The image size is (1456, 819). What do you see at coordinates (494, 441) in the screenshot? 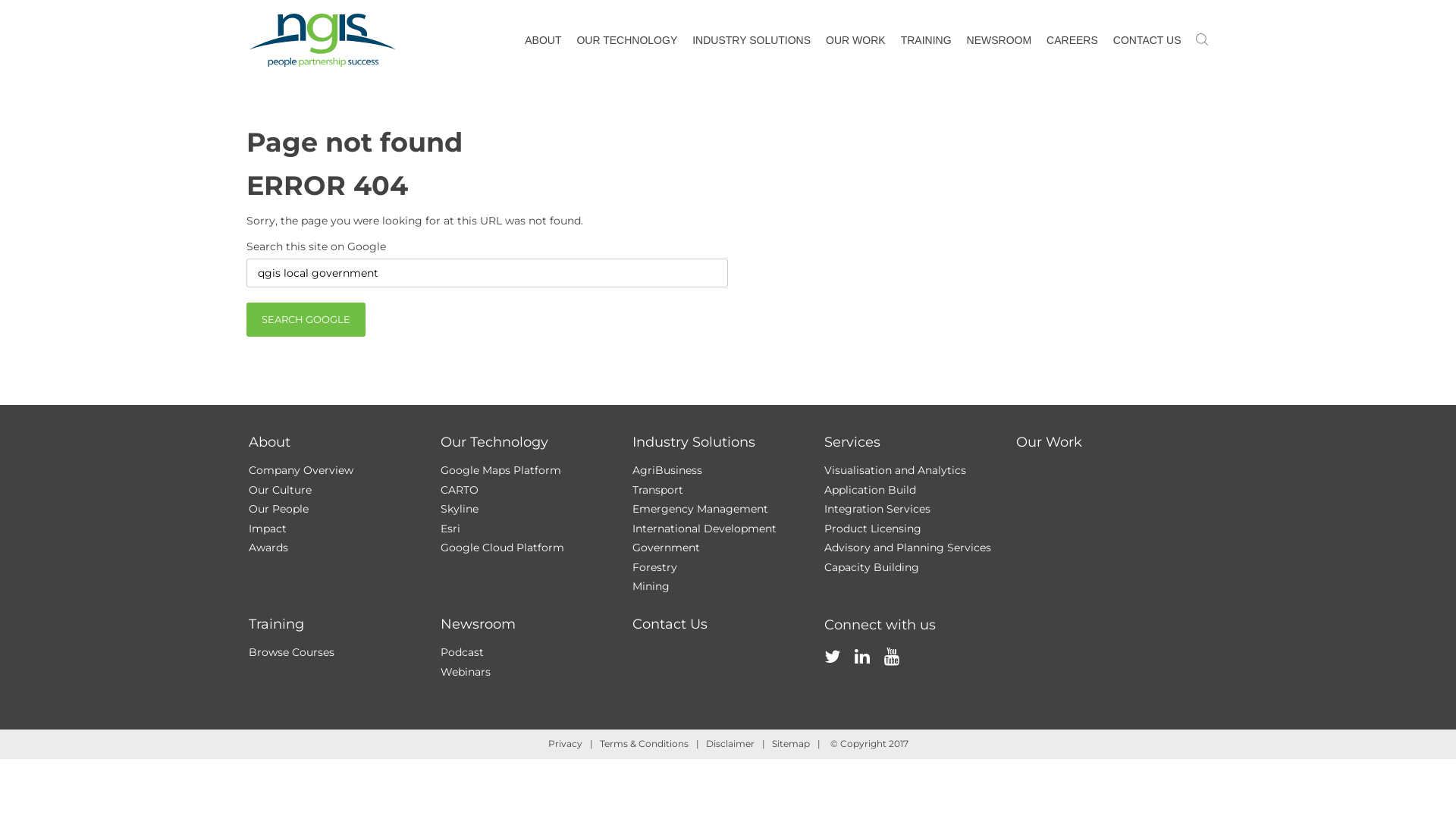
I see `'Our Technology'` at bounding box center [494, 441].